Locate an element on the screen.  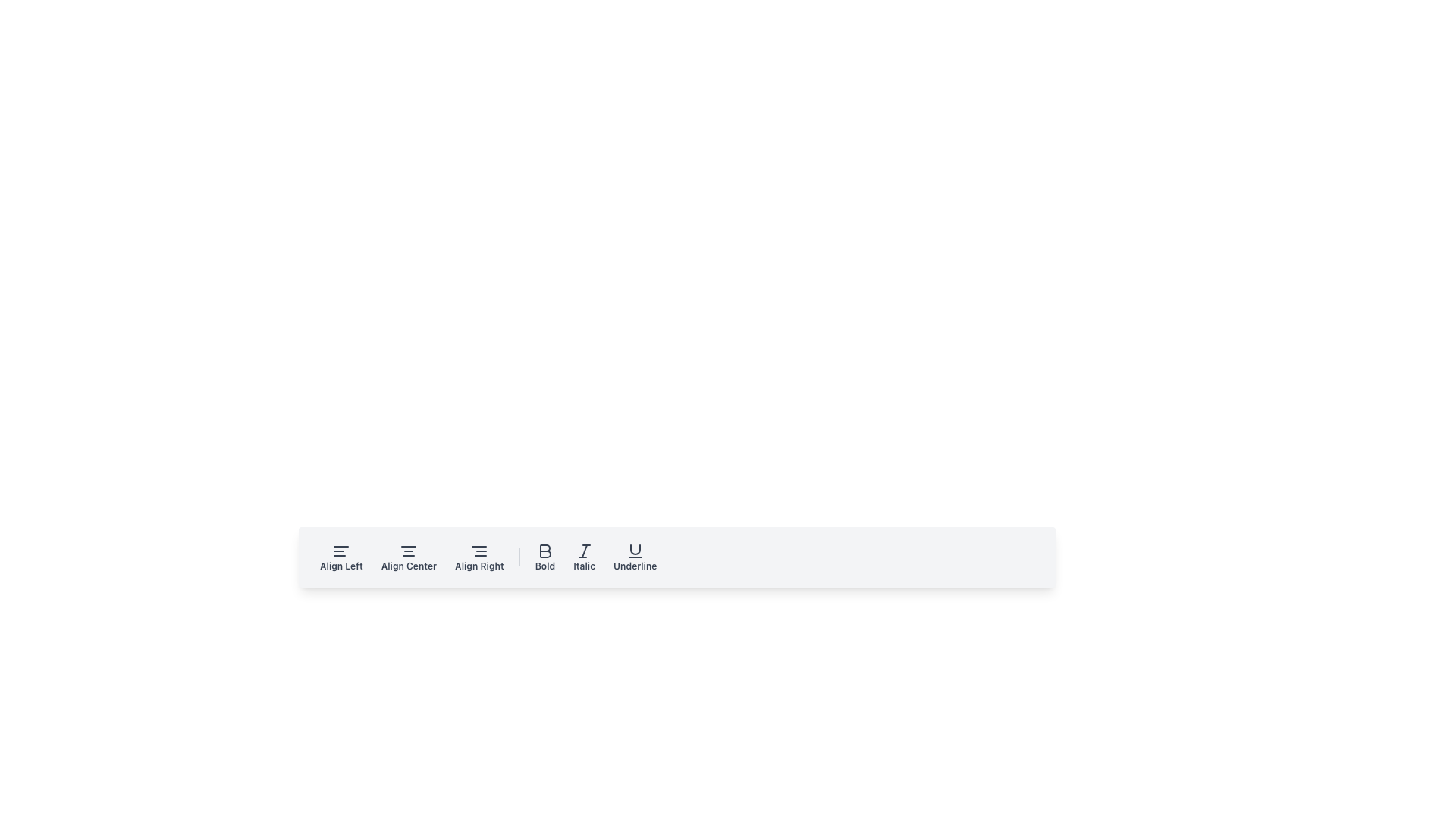
the 'Align Right' button in the toolbar is located at coordinates (479, 557).